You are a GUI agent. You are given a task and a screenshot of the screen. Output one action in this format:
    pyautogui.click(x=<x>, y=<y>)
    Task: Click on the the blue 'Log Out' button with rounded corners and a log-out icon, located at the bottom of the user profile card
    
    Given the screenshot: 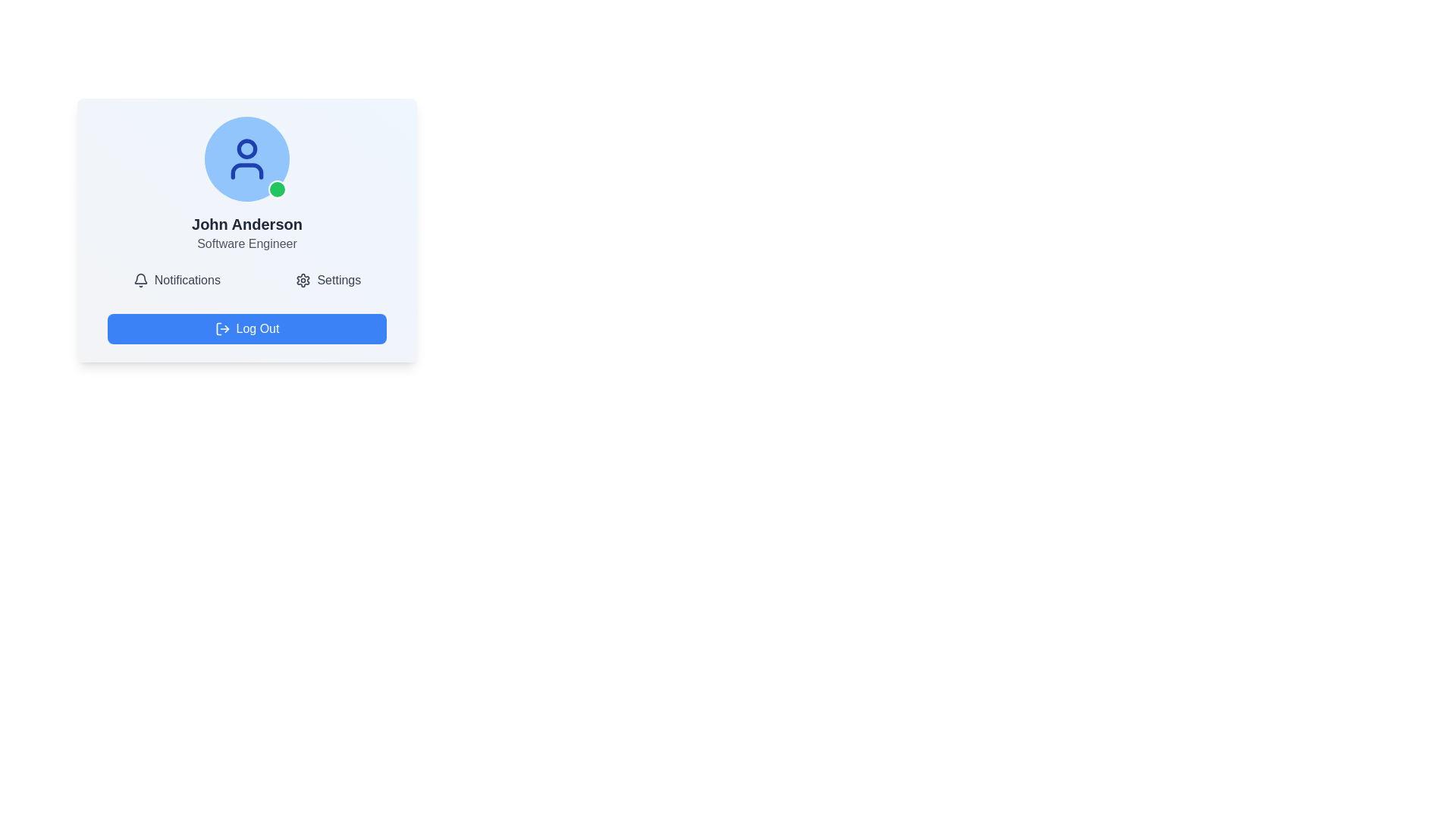 What is the action you would take?
    pyautogui.click(x=247, y=328)
    